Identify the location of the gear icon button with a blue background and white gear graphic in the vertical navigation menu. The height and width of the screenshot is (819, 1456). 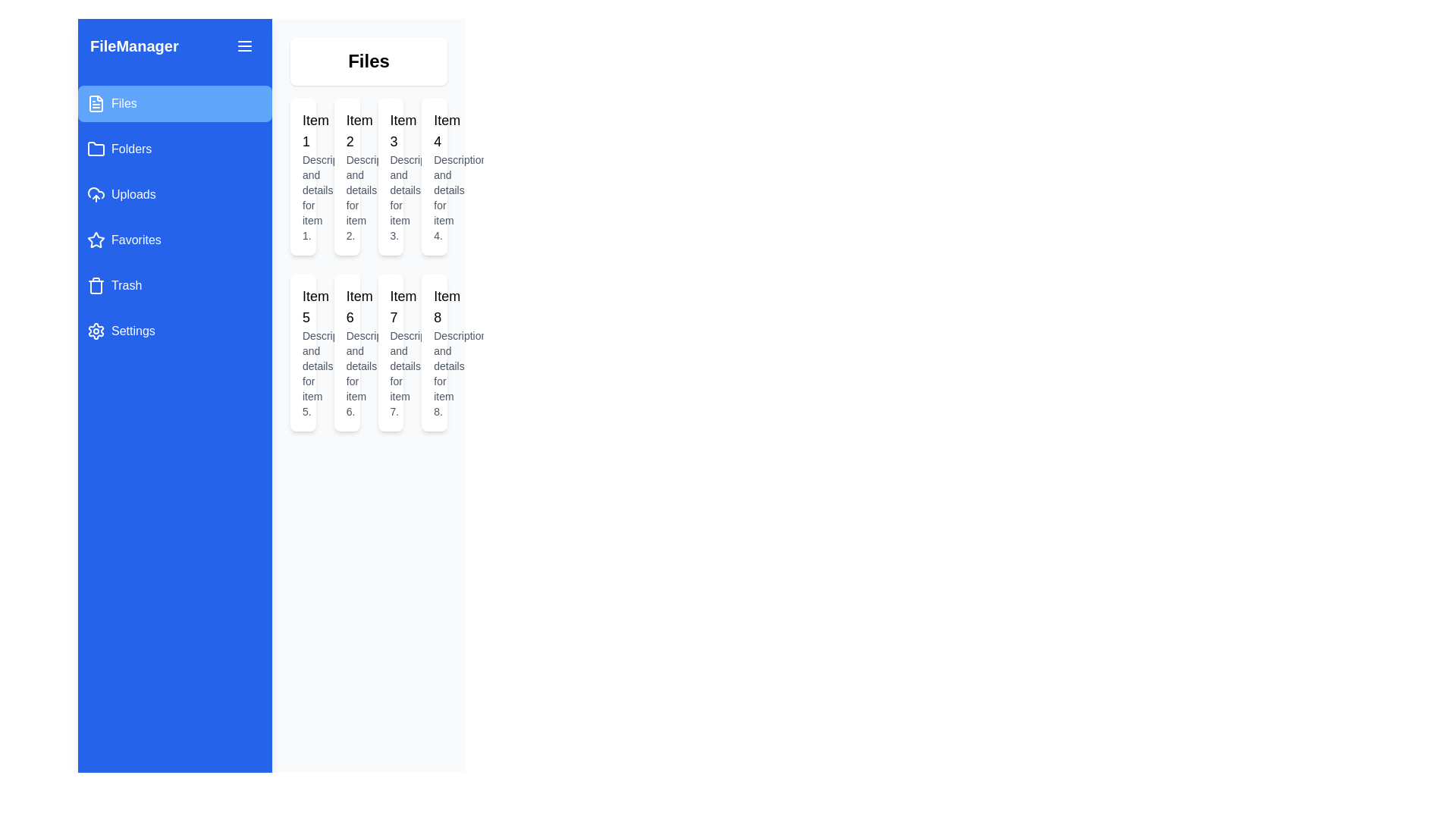
(95, 330).